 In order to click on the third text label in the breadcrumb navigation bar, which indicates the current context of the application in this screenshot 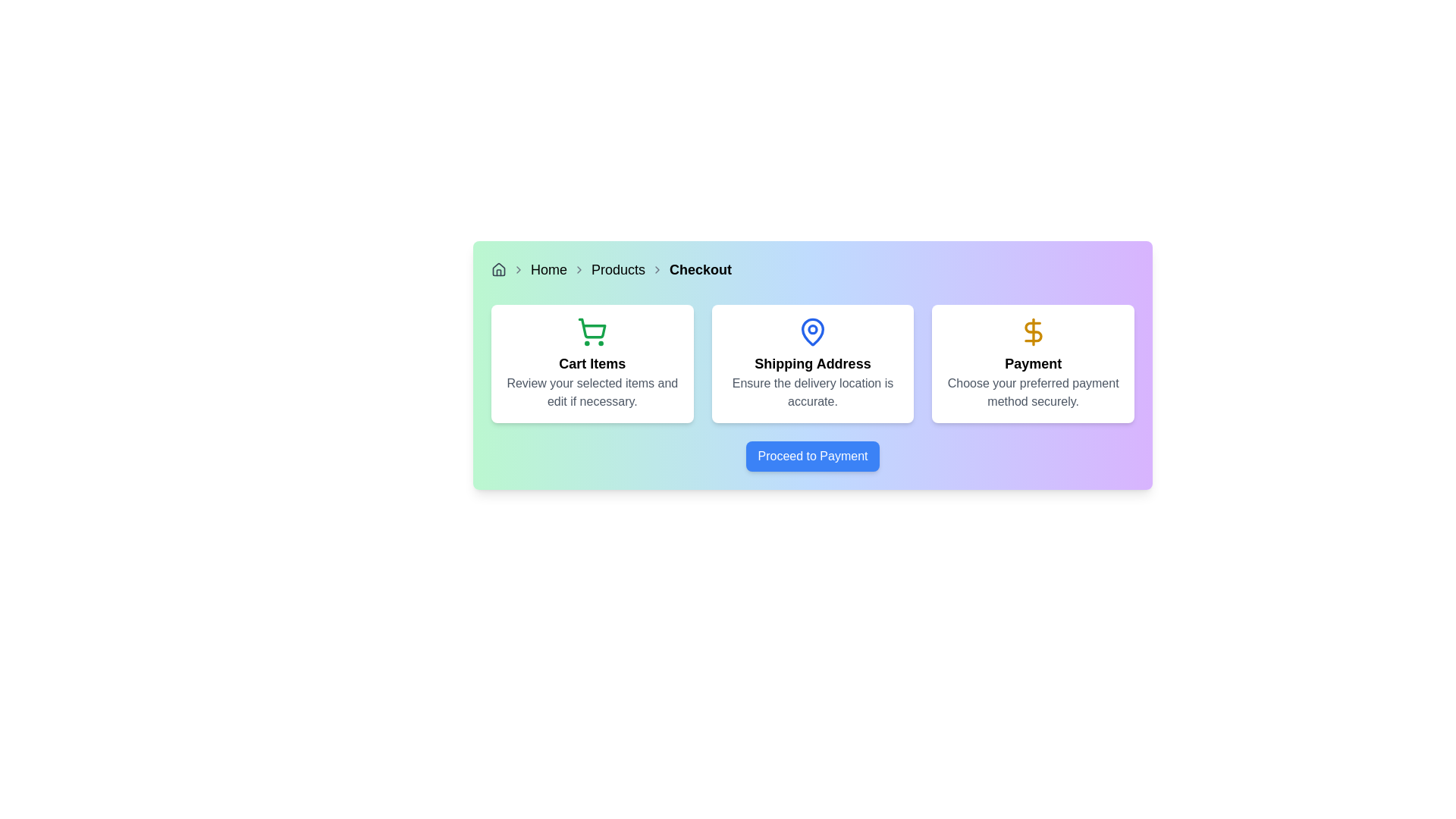, I will do `click(700, 268)`.